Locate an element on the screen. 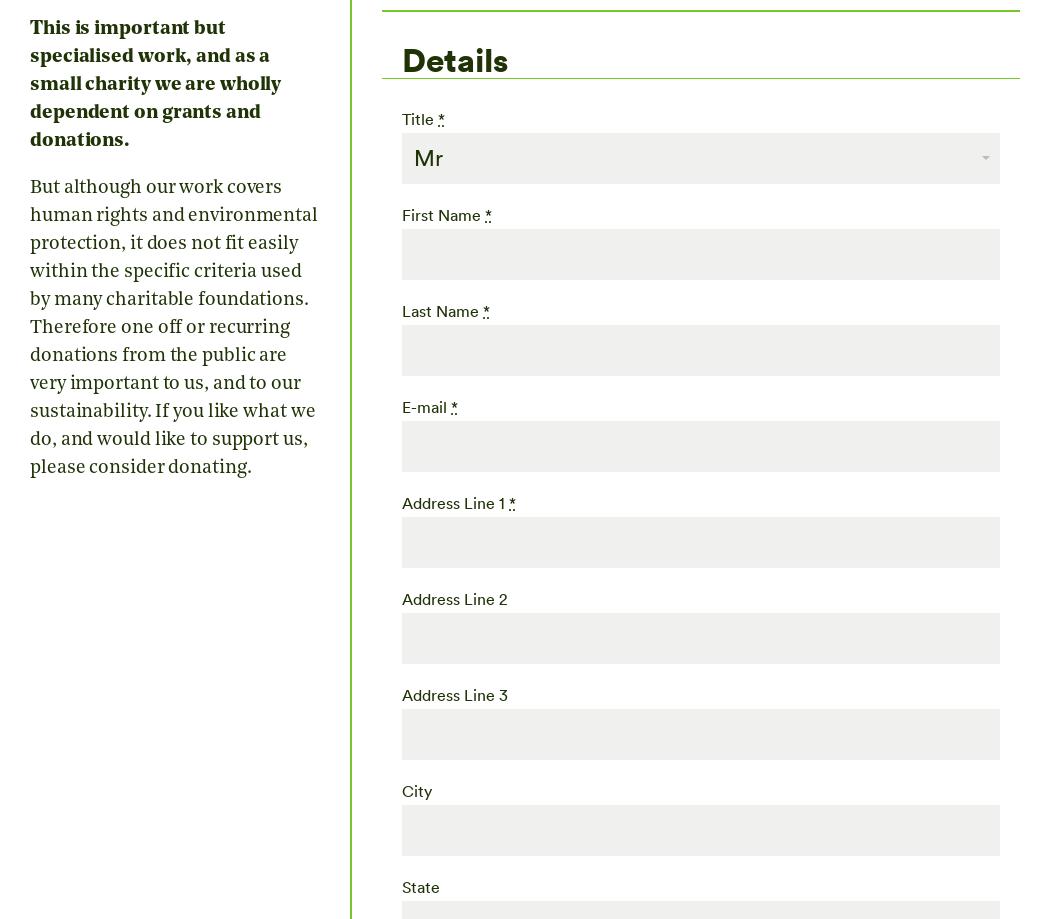  'City' is located at coordinates (415, 789).